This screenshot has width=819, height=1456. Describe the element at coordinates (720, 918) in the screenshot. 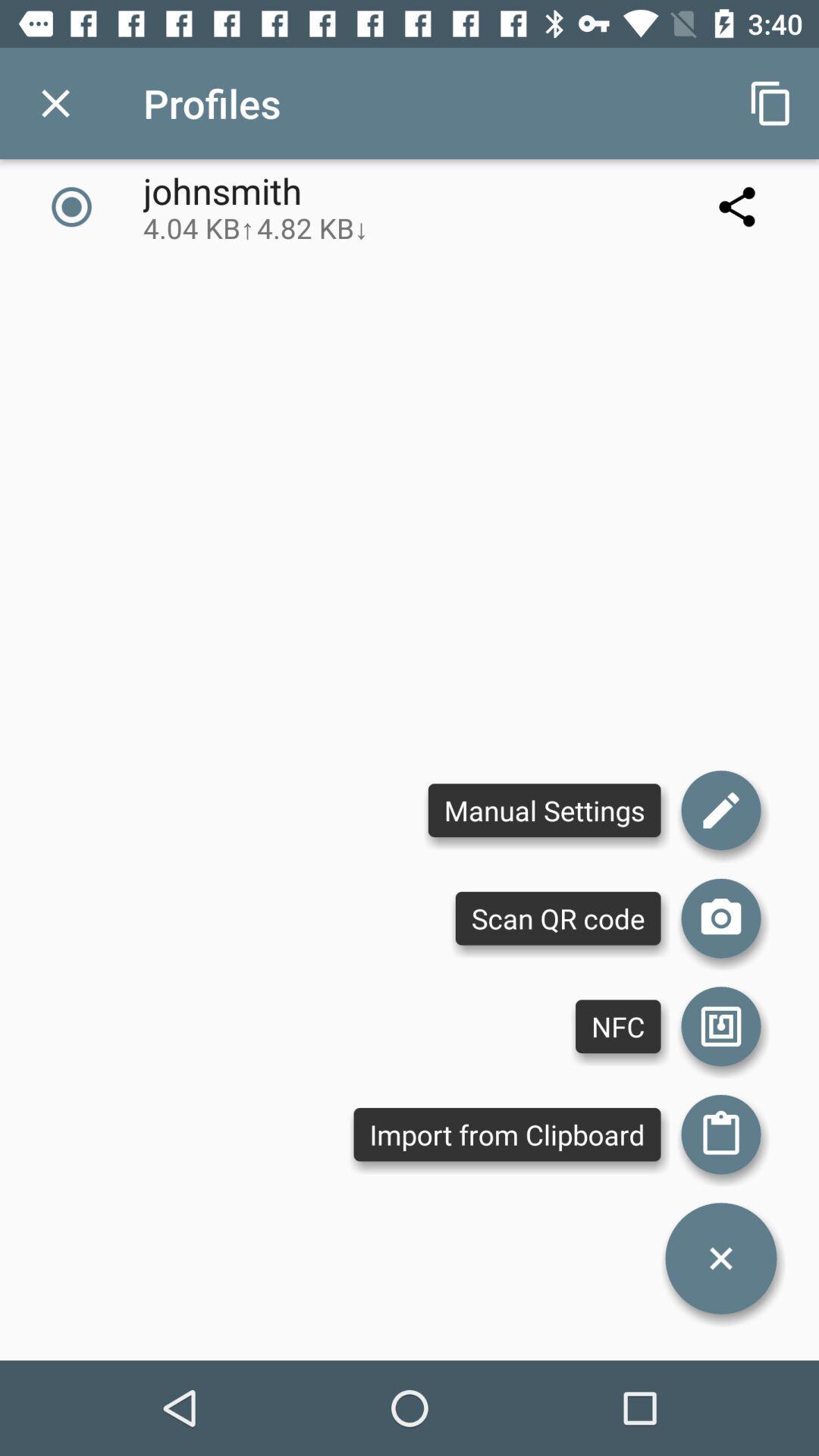

I see `scan` at that location.